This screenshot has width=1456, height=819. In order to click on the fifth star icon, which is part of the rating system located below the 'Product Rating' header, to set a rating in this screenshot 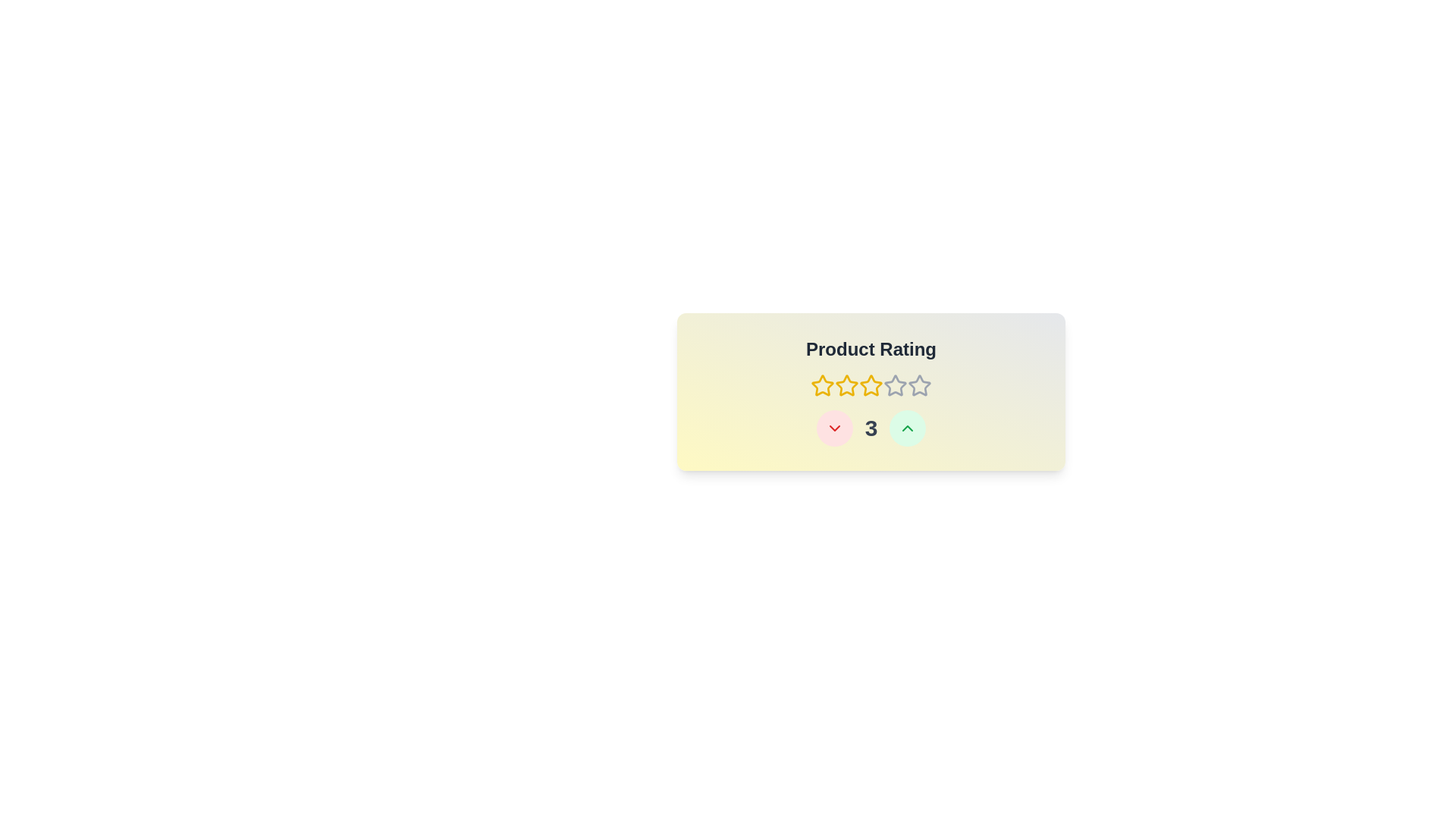, I will do `click(919, 384)`.